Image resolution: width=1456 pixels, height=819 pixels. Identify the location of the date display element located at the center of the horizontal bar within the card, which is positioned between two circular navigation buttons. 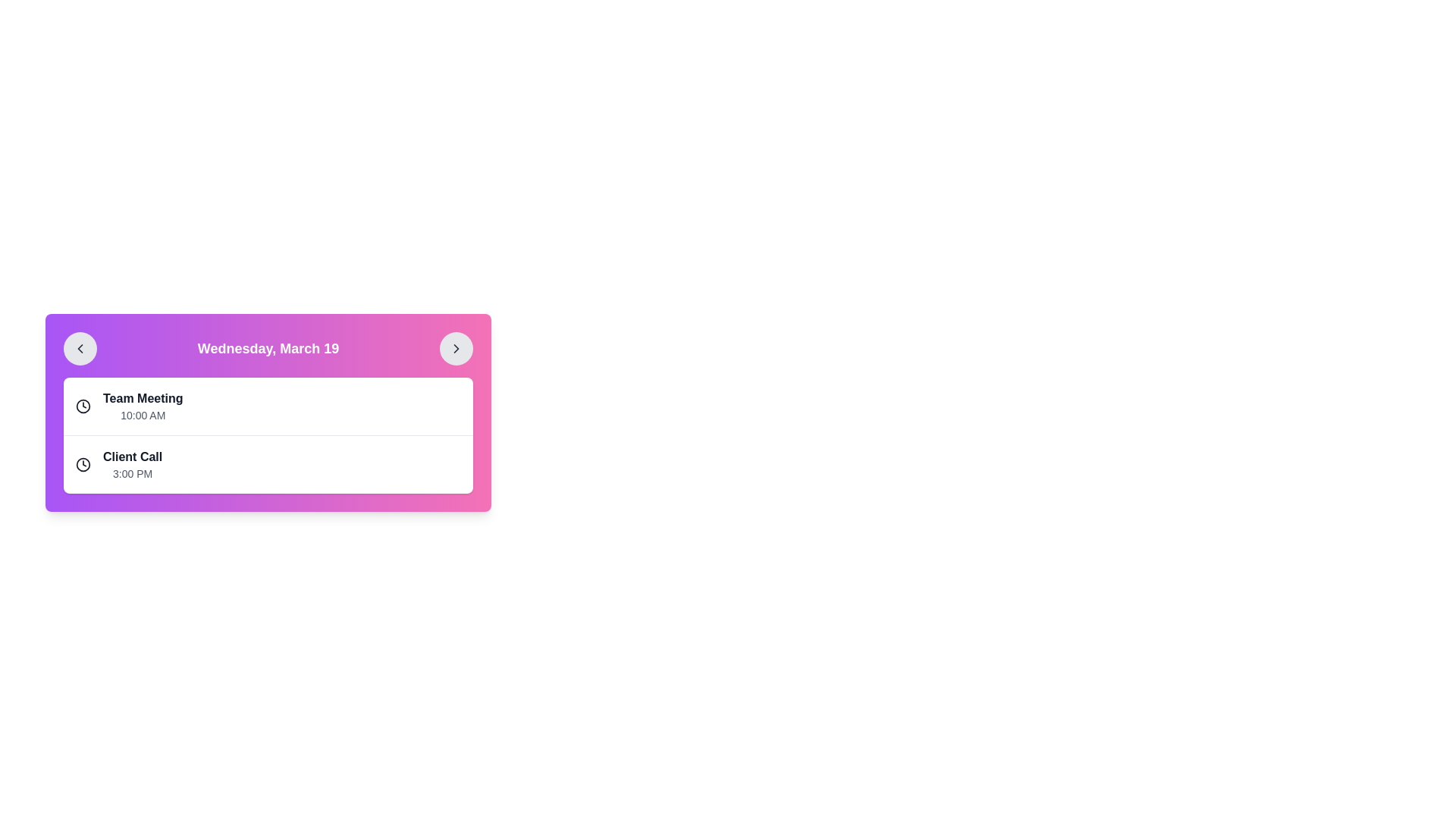
(268, 348).